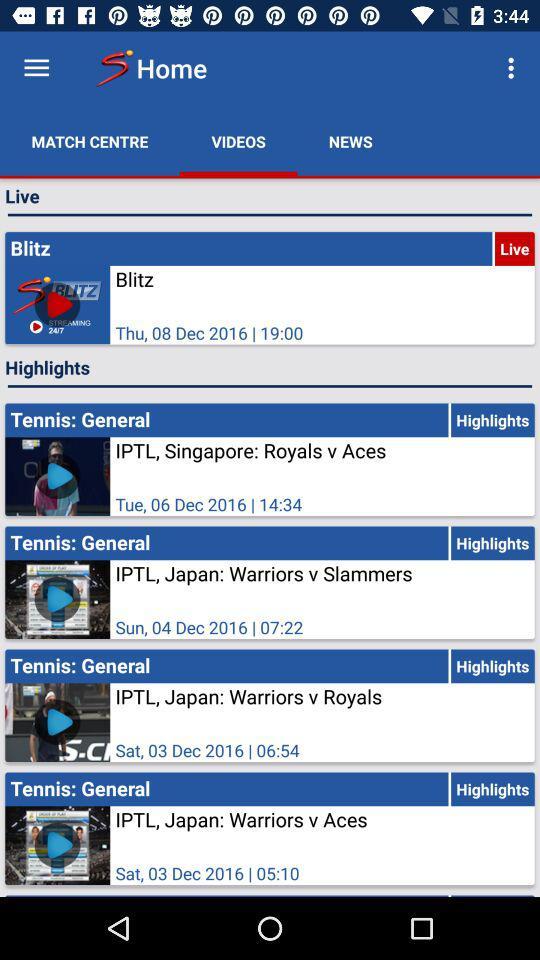 This screenshot has width=540, height=960. What do you see at coordinates (36, 68) in the screenshot?
I see `see menu` at bounding box center [36, 68].